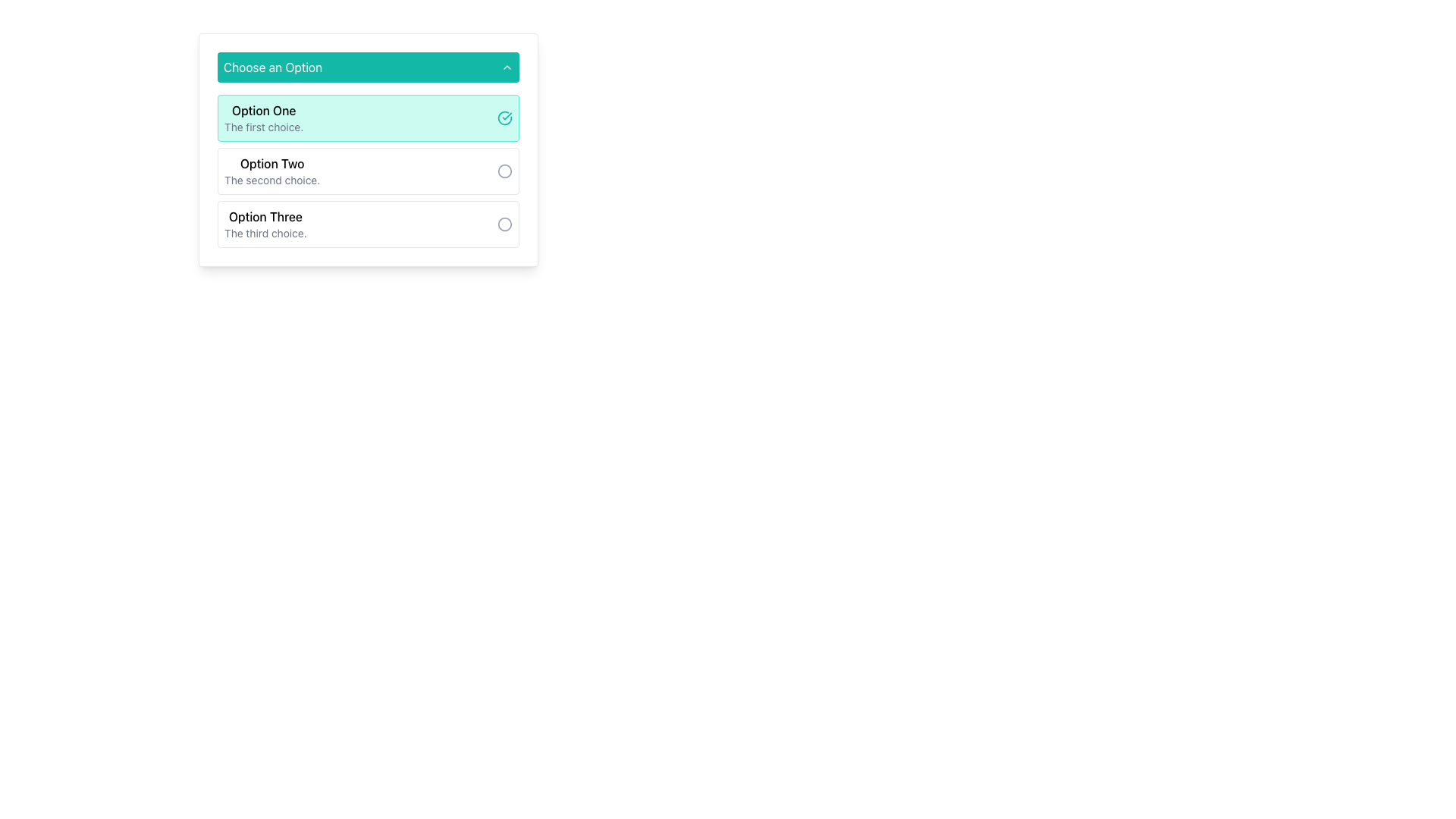 This screenshot has height=819, width=1456. Describe the element at coordinates (272, 164) in the screenshot. I see `the text label 'Option Two', which is the second option in a list under the heading 'Choose an Option'` at that location.